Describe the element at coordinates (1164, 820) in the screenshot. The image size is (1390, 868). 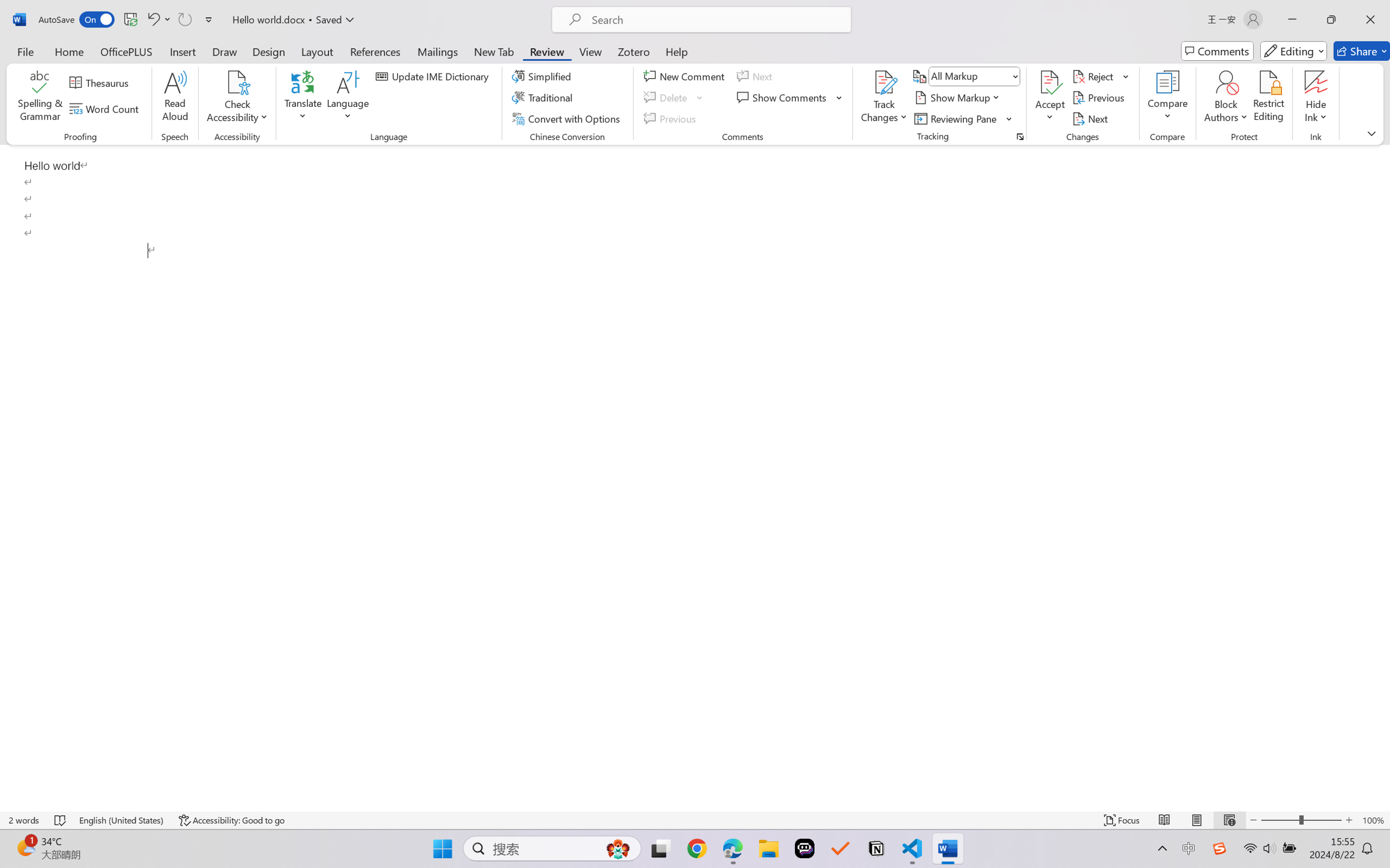
I see `'Read Mode'` at that location.